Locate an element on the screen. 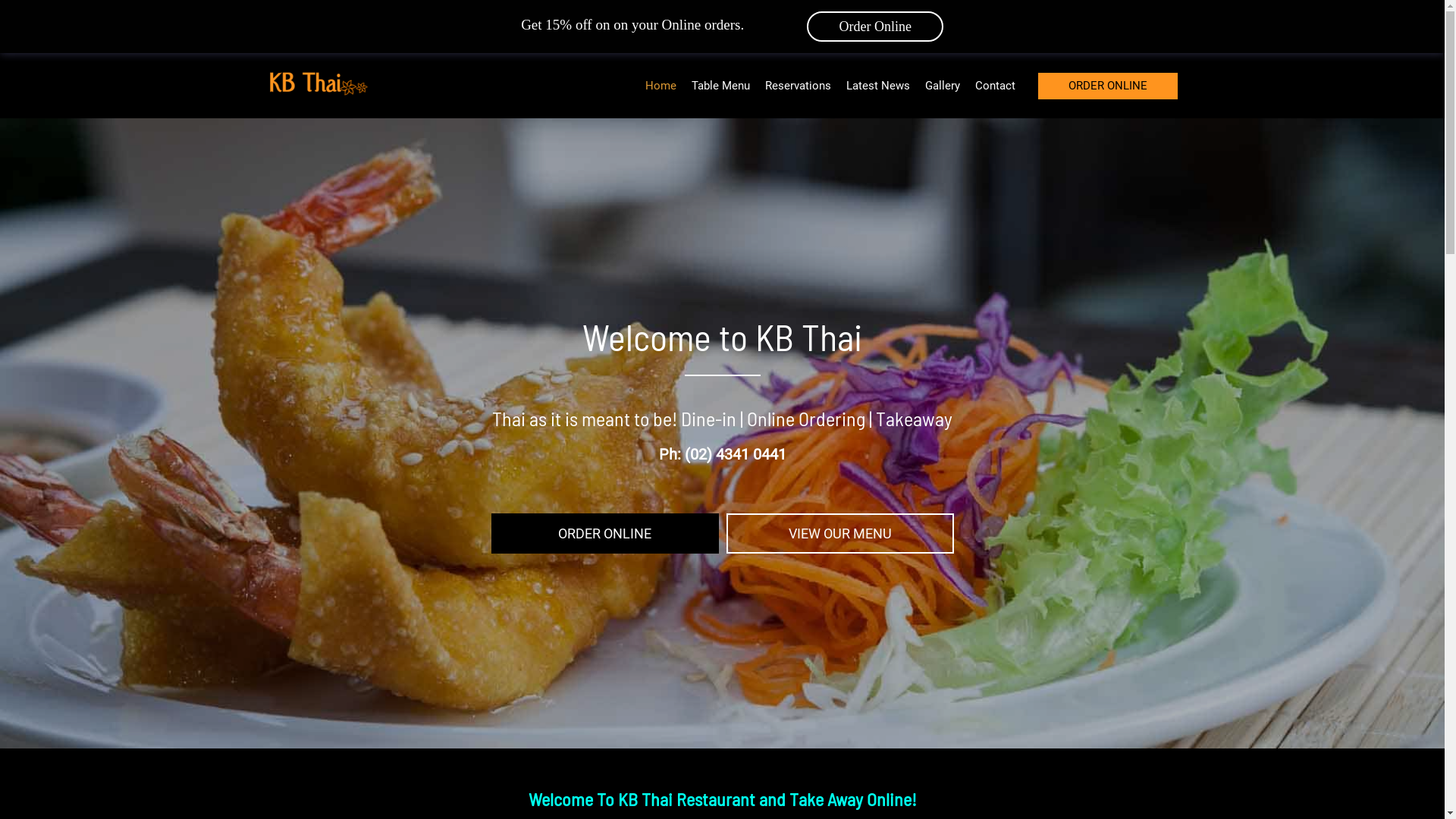  'ORDER ONLINE' is located at coordinates (1106, 86).